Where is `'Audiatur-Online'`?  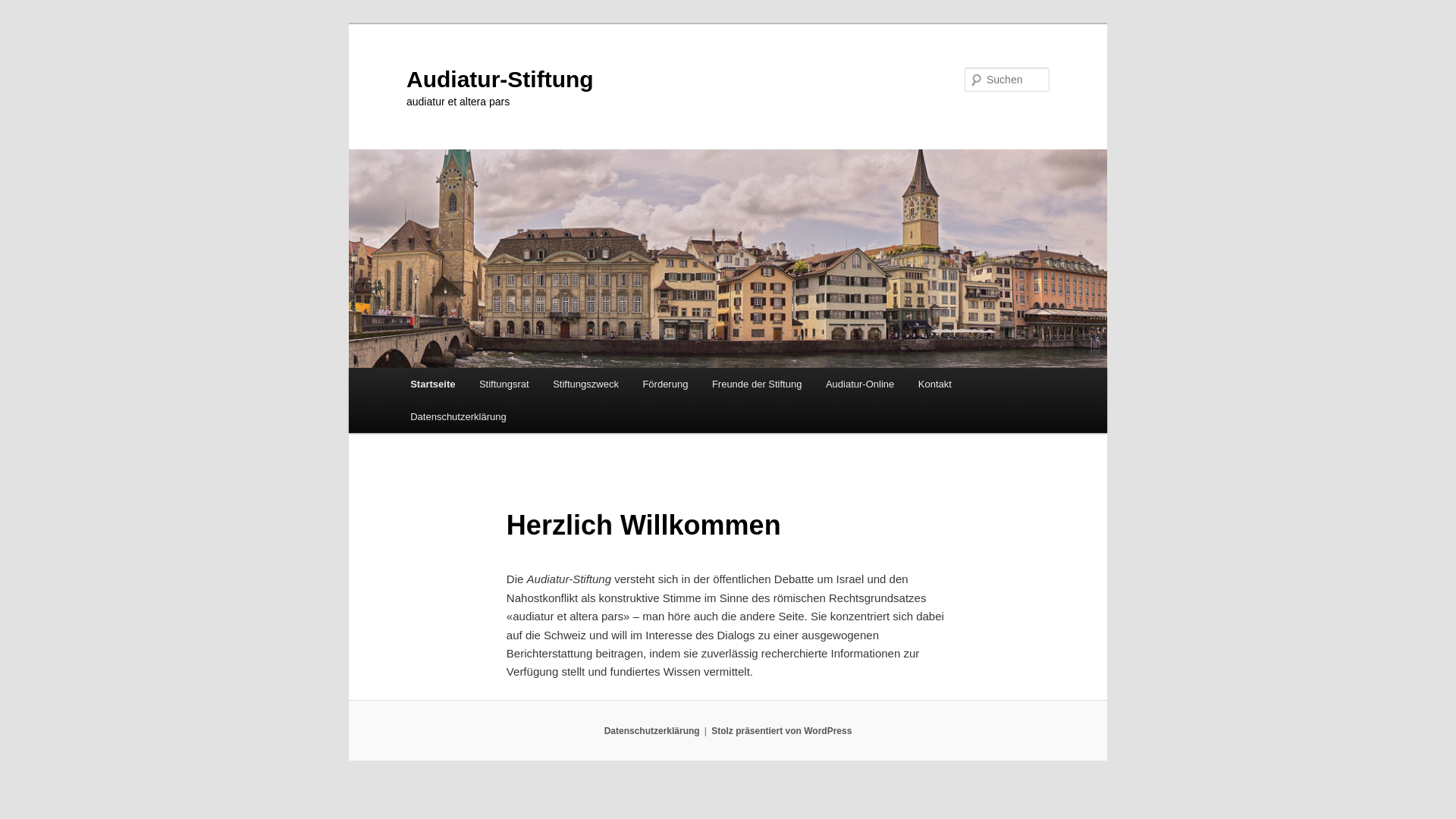
'Audiatur-Online' is located at coordinates (859, 383).